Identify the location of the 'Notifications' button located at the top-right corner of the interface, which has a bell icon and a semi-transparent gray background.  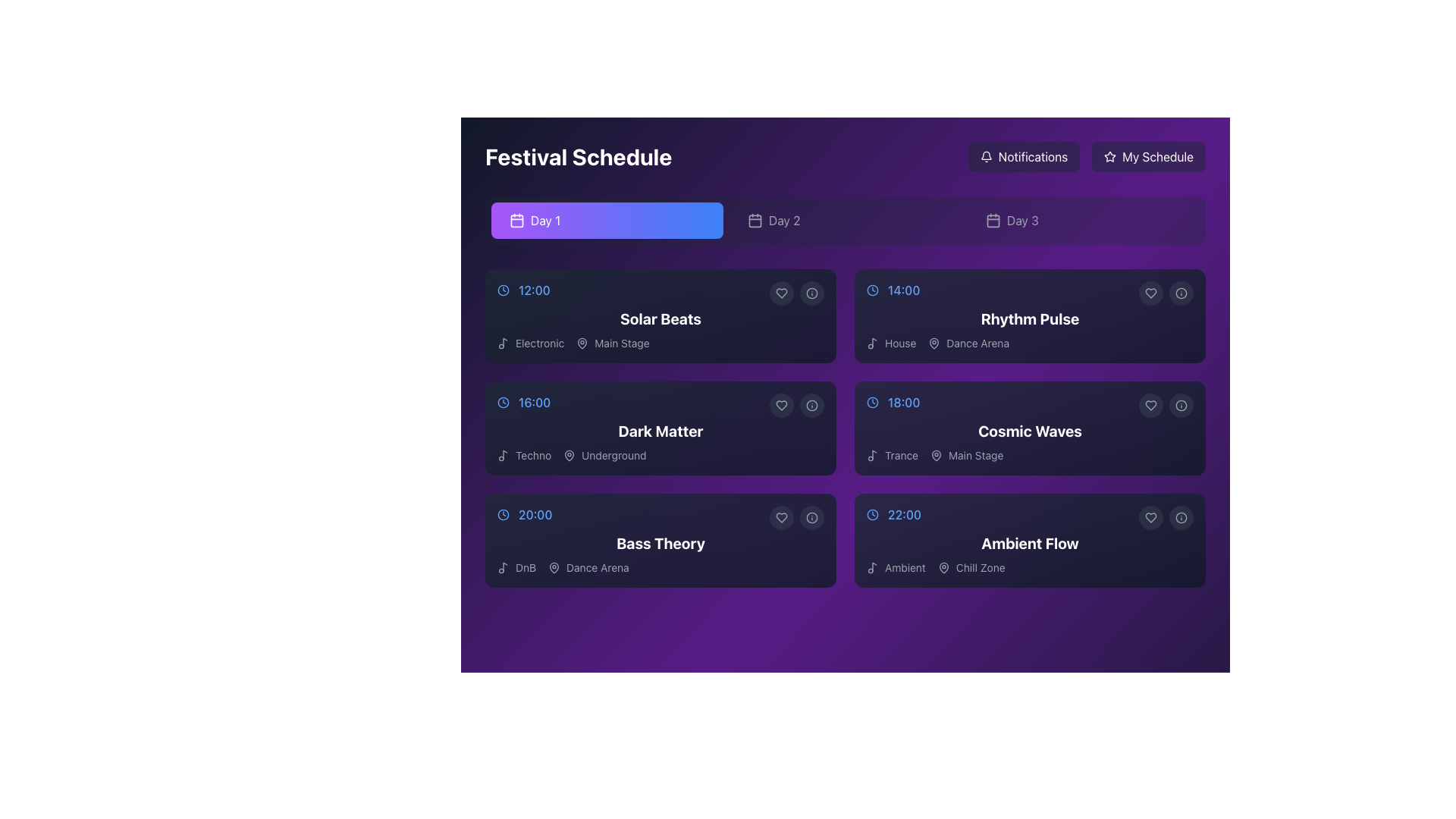
(1024, 157).